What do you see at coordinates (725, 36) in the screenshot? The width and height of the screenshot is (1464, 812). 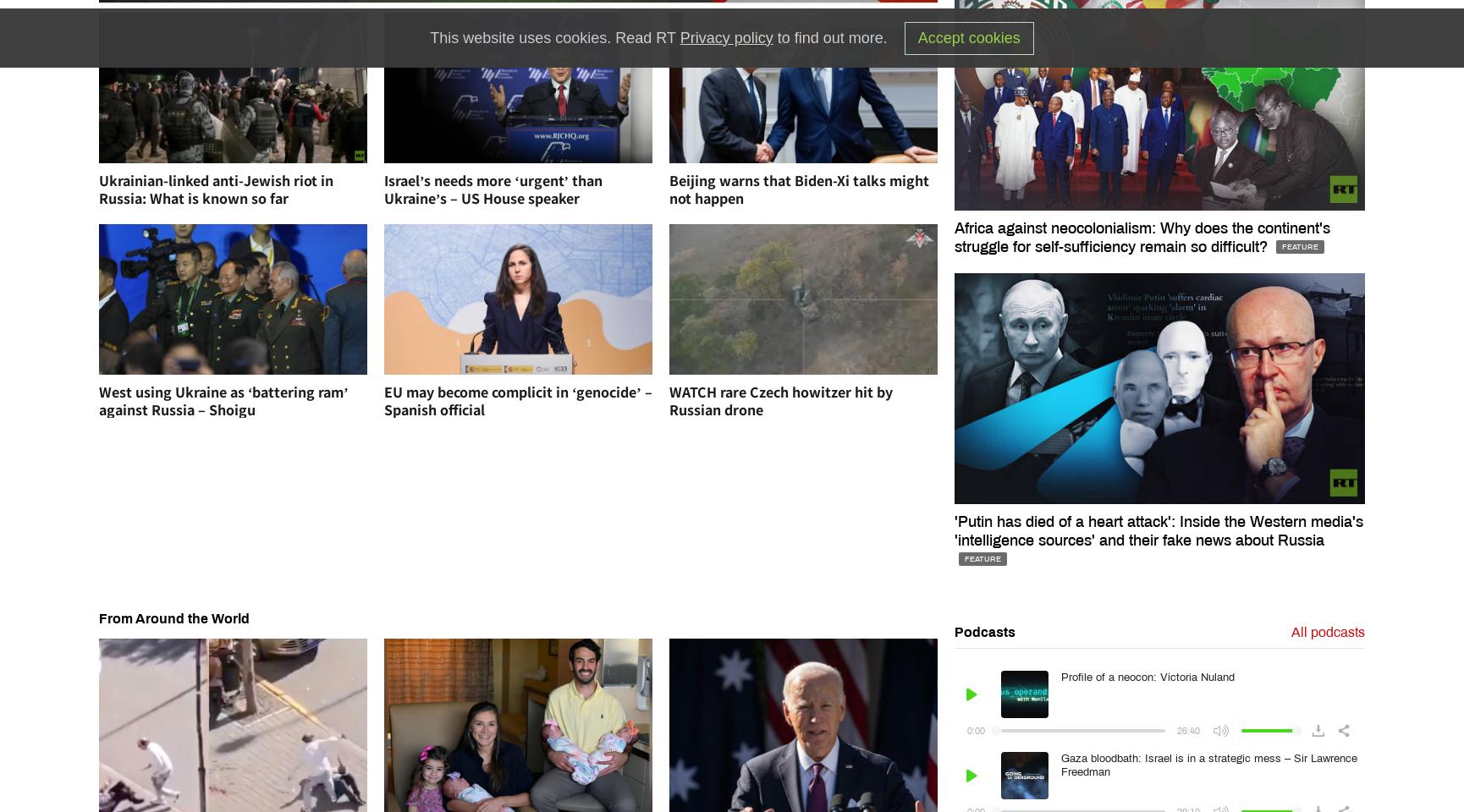 I see `'Privacy policy'` at bounding box center [725, 36].